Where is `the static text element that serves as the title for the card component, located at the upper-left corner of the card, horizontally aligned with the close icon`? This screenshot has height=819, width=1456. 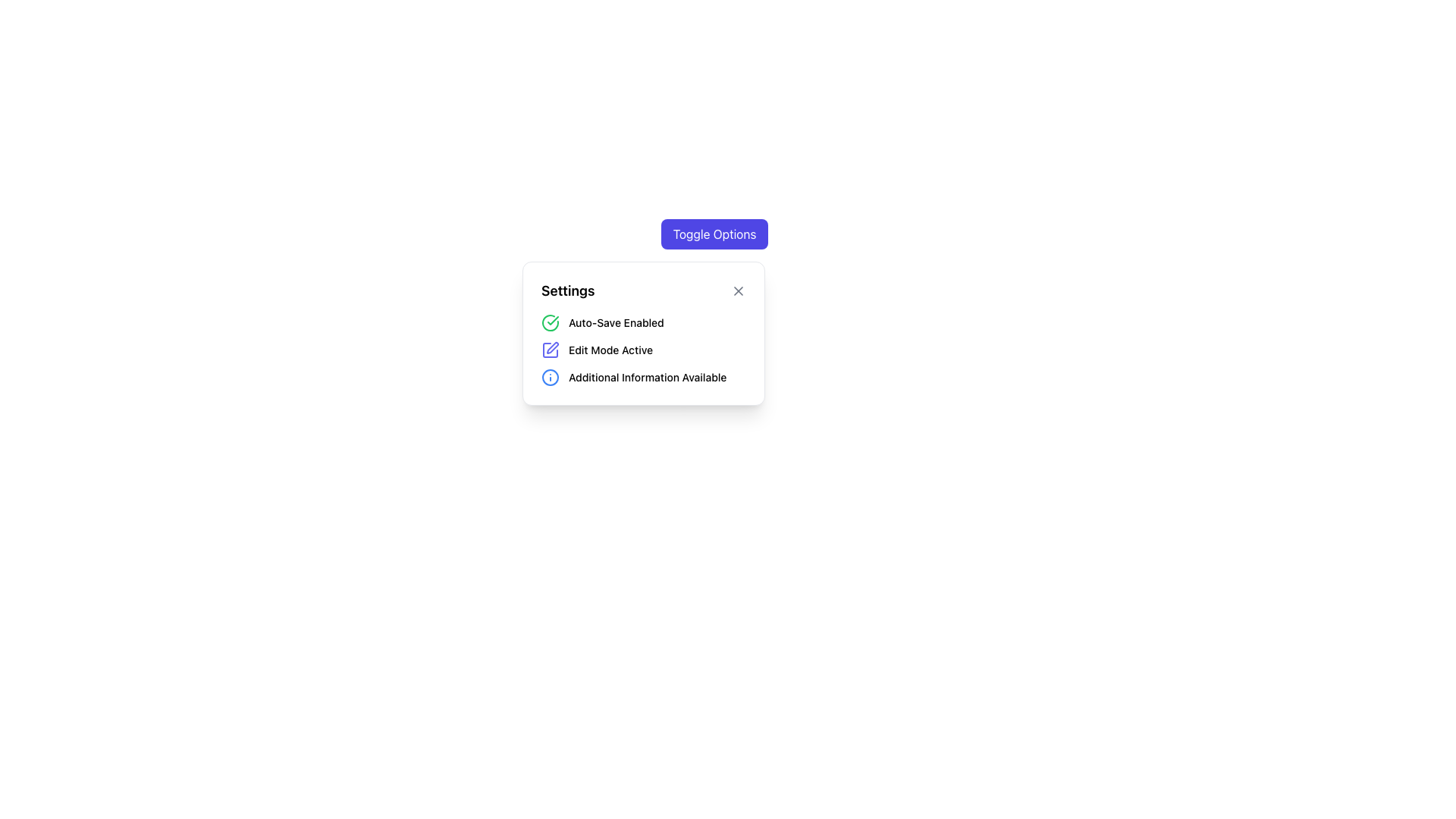 the static text element that serves as the title for the card component, located at the upper-left corner of the card, horizontally aligned with the close icon is located at coordinates (567, 291).